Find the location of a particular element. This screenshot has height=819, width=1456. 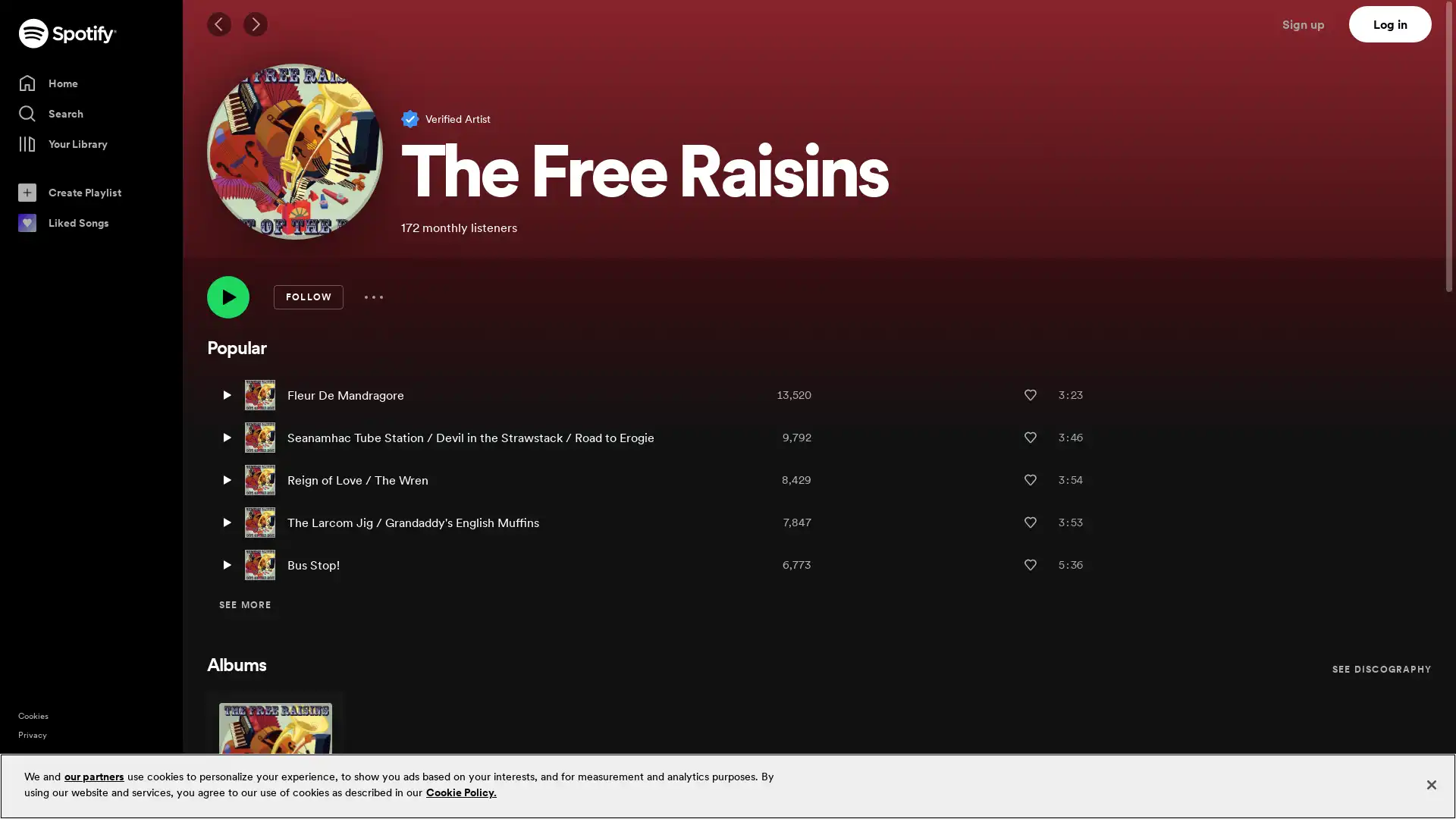

SEE MORE is located at coordinates (245, 604).